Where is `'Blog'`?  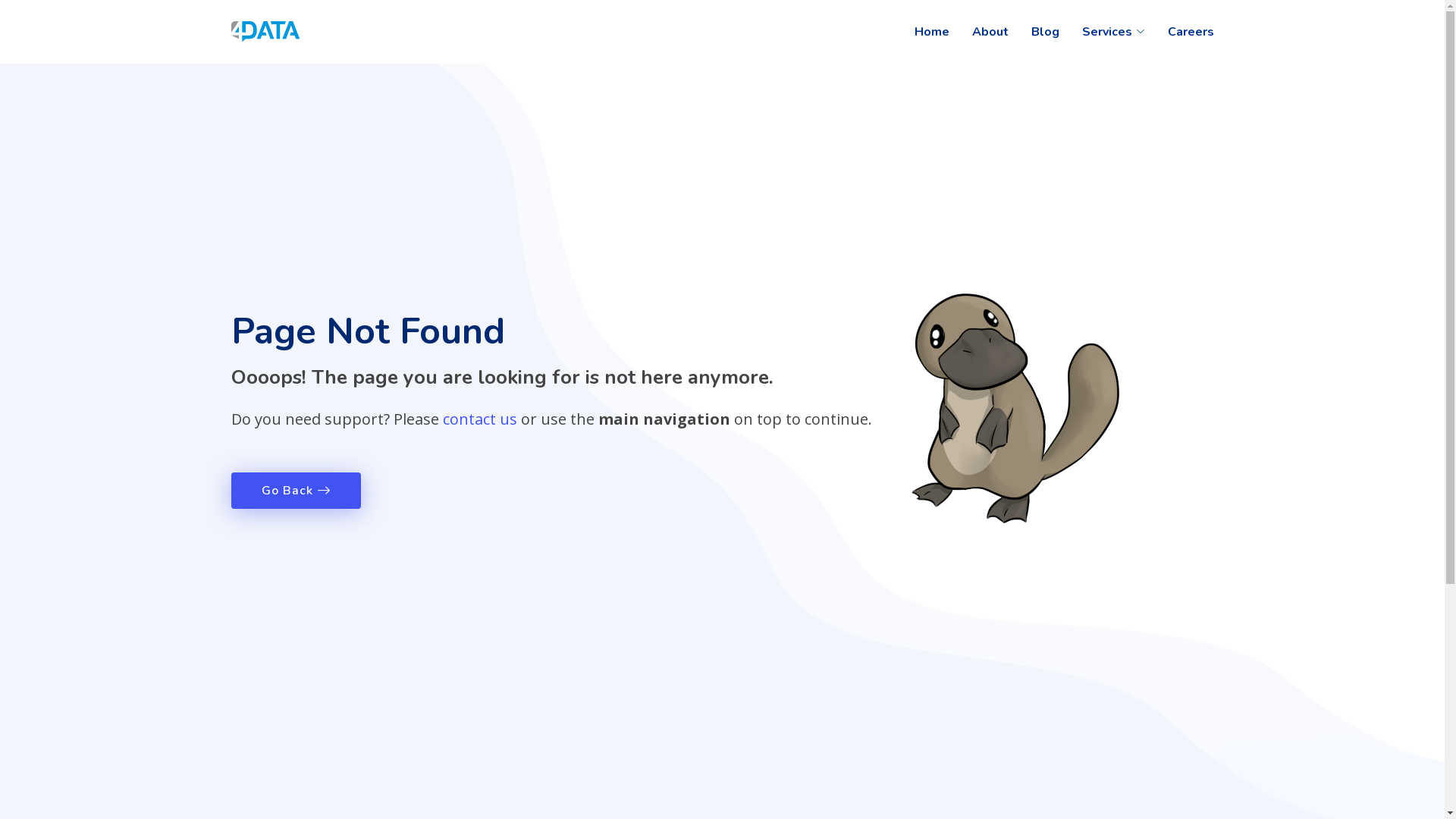 'Blog' is located at coordinates (1033, 32).